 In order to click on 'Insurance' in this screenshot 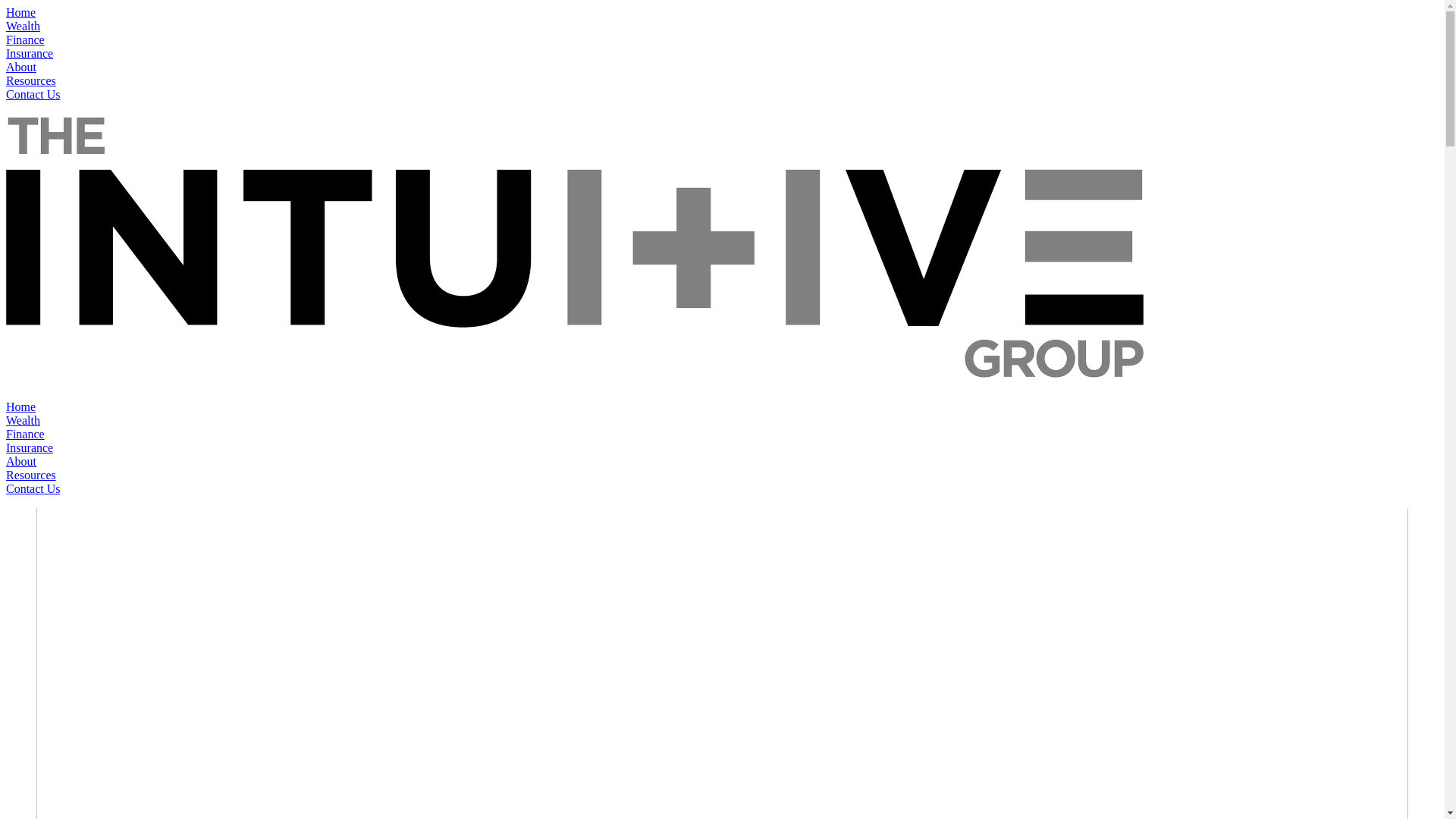, I will do `click(29, 52)`.